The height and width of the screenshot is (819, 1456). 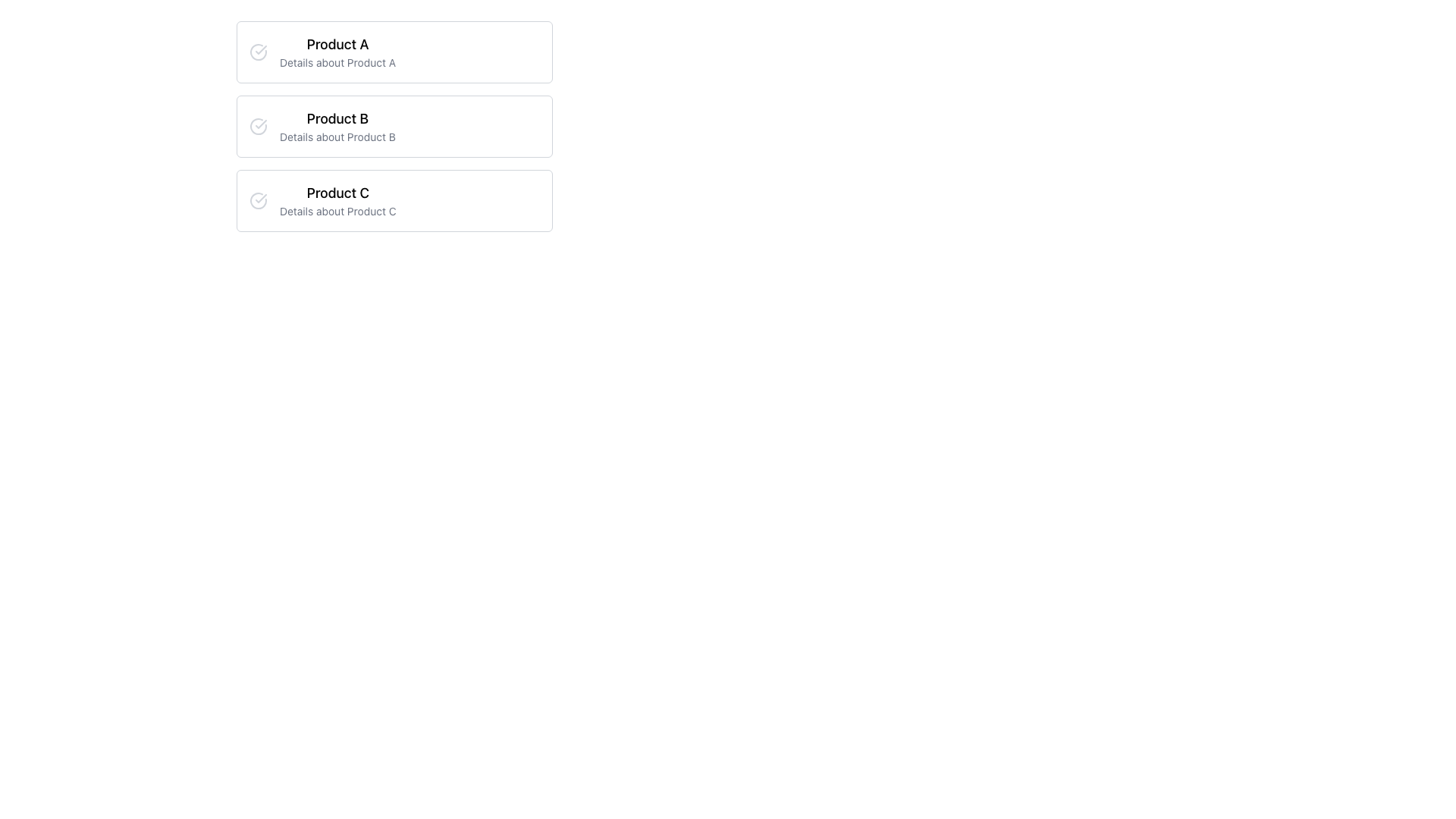 What do you see at coordinates (258, 200) in the screenshot?
I see `the checkmark icon within a gray outlined circle, located to the left of the 'Product C' text` at bounding box center [258, 200].